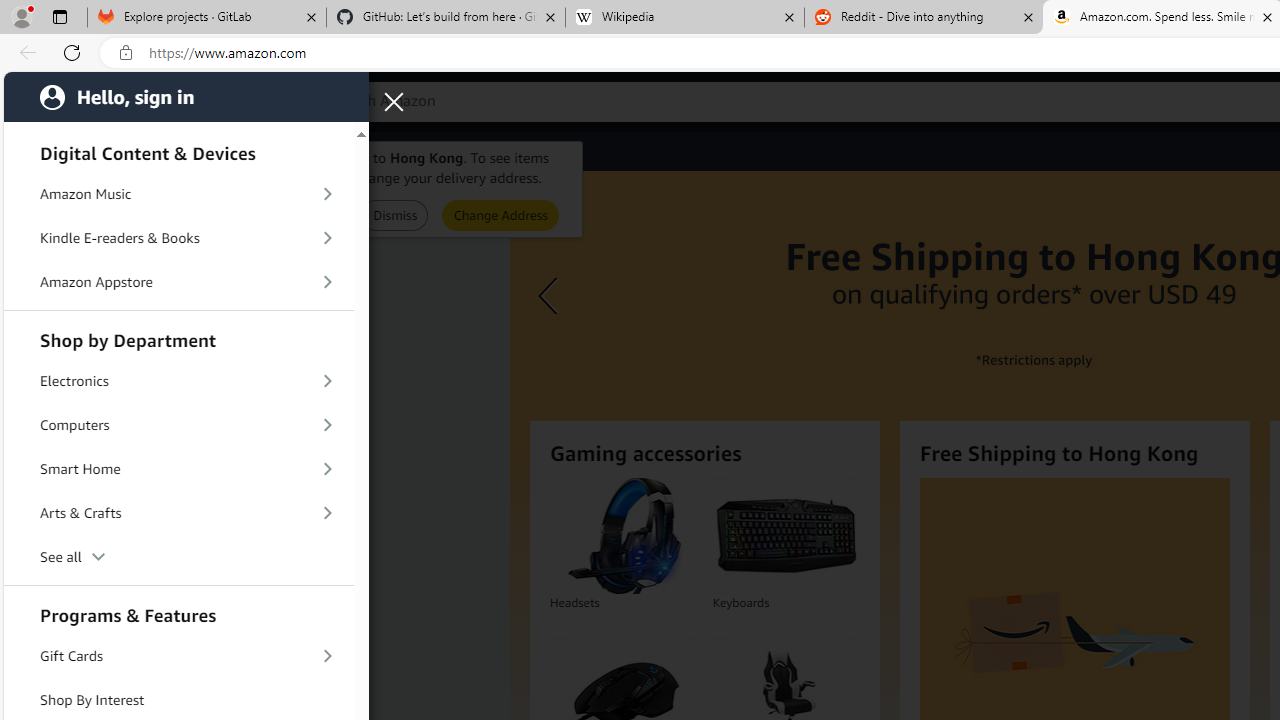 The image size is (1280, 720). What do you see at coordinates (179, 512) in the screenshot?
I see `'Arts & Crafts'` at bounding box center [179, 512].